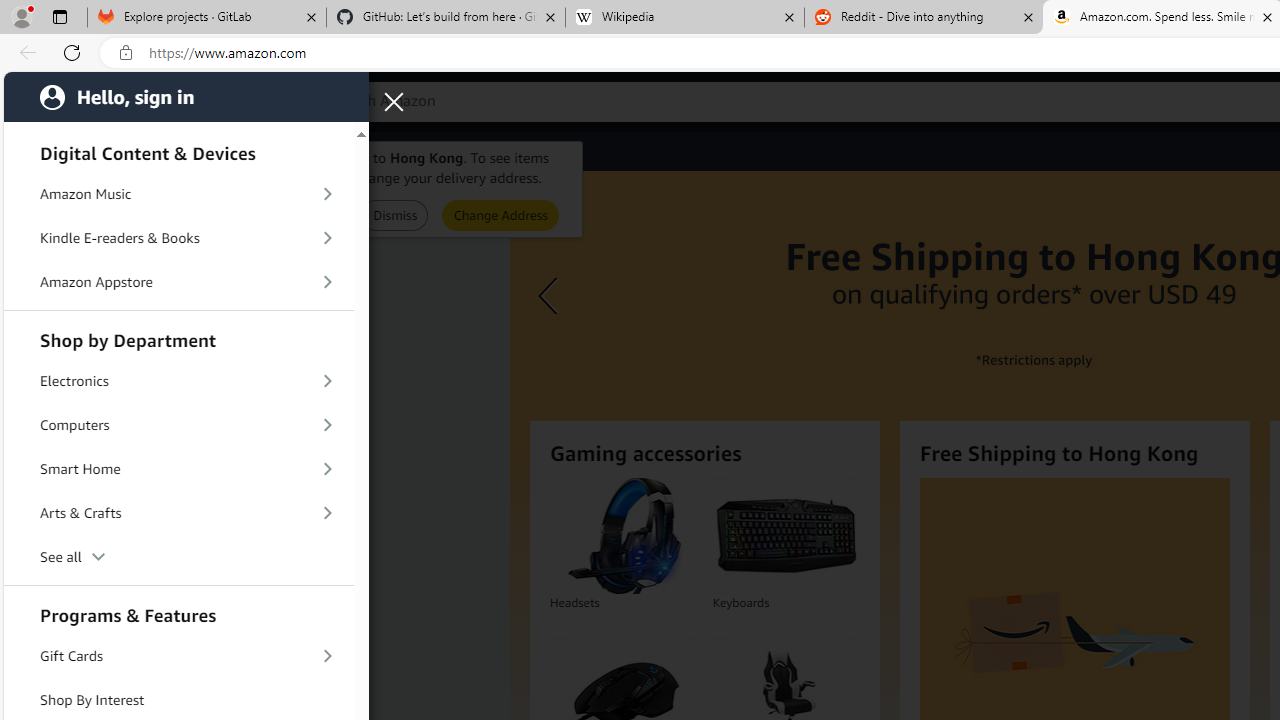 The image size is (1280, 720). What do you see at coordinates (179, 512) in the screenshot?
I see `'Arts & Crafts'` at bounding box center [179, 512].